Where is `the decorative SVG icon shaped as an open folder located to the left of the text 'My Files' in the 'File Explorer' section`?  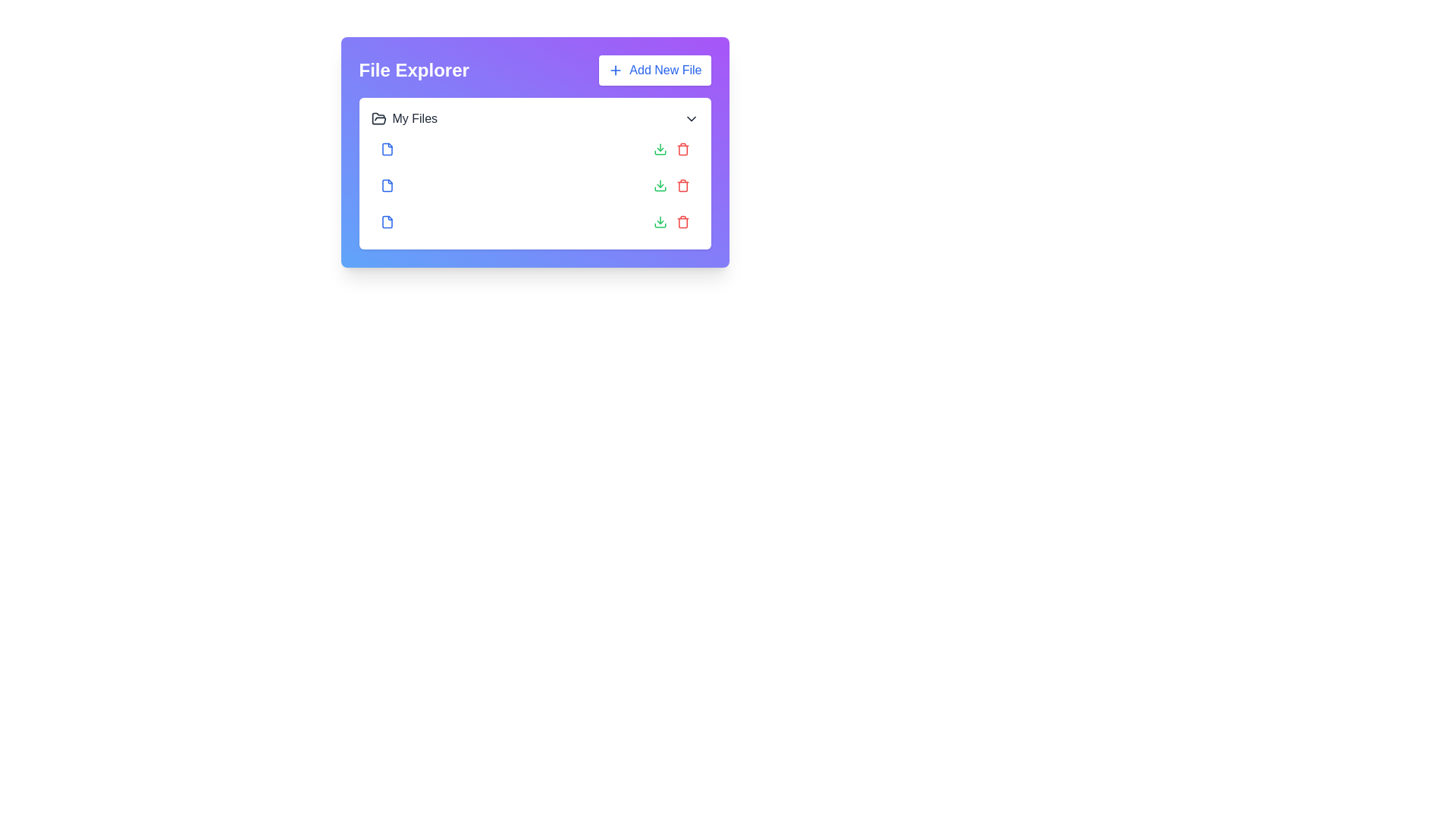 the decorative SVG icon shaped as an open folder located to the left of the text 'My Files' in the 'File Explorer' section is located at coordinates (378, 118).